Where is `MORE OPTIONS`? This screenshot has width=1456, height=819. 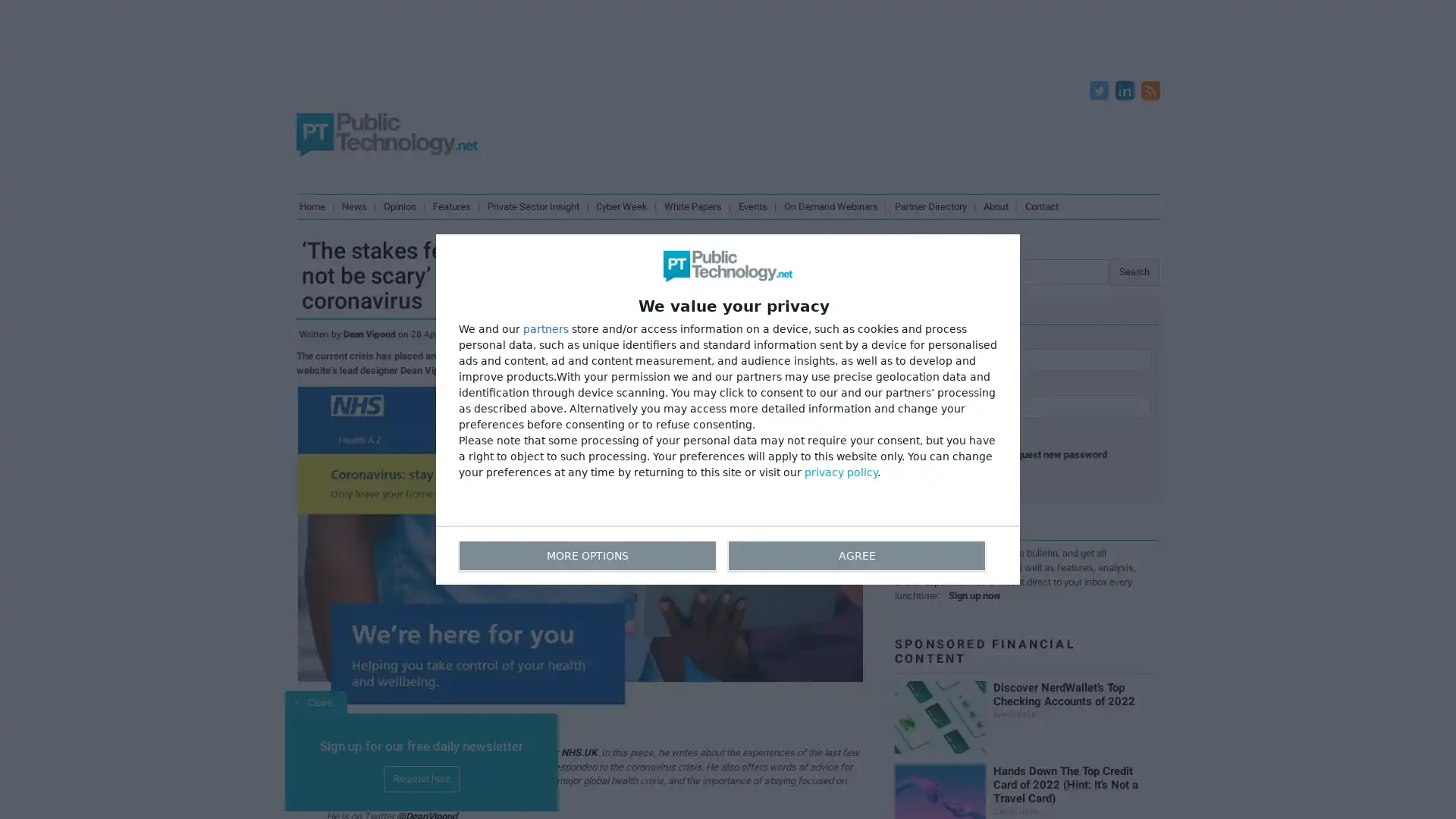
MORE OPTIONS is located at coordinates (586, 555).